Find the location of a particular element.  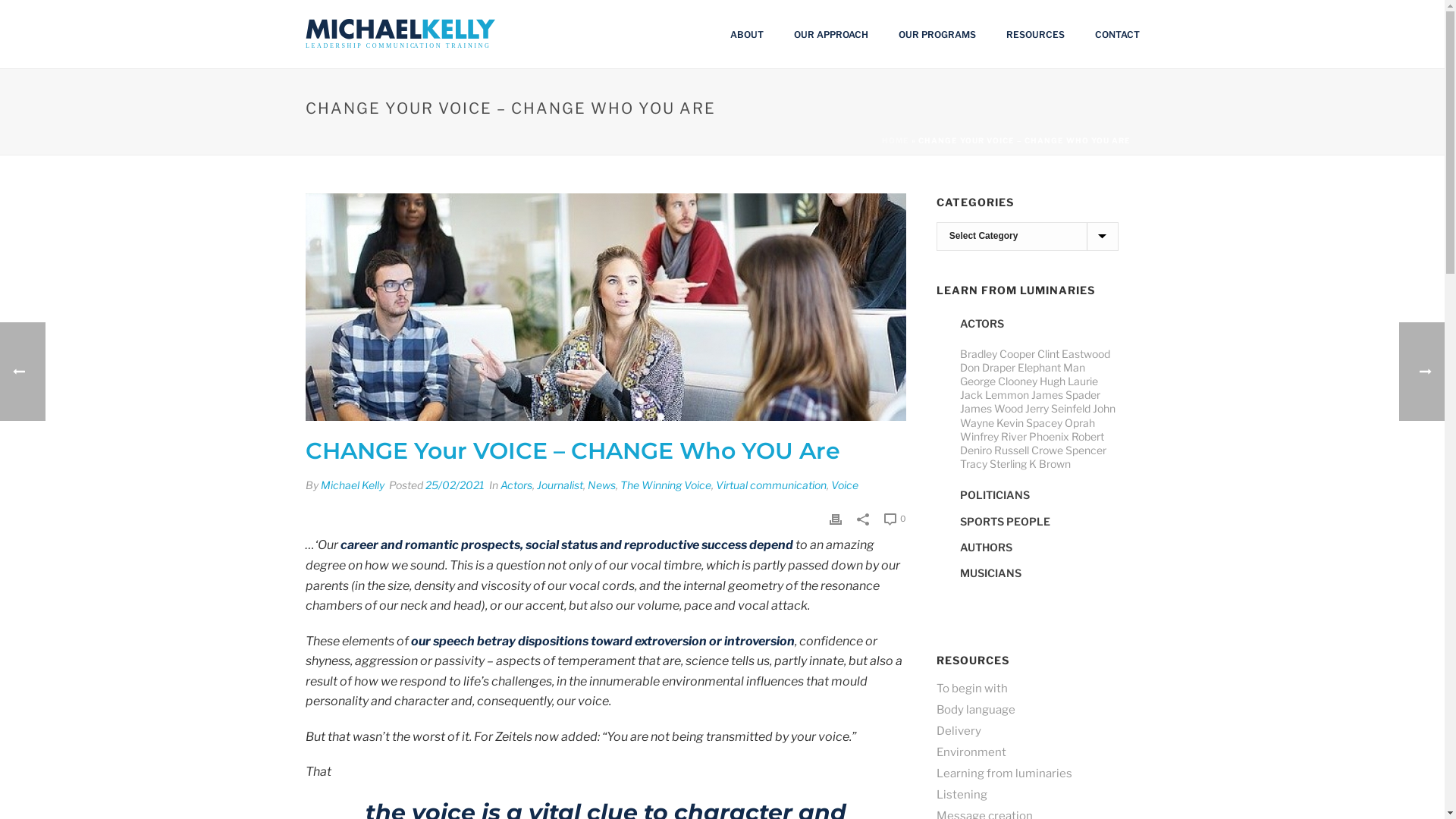

'CONTACT' is located at coordinates (1117, 34).